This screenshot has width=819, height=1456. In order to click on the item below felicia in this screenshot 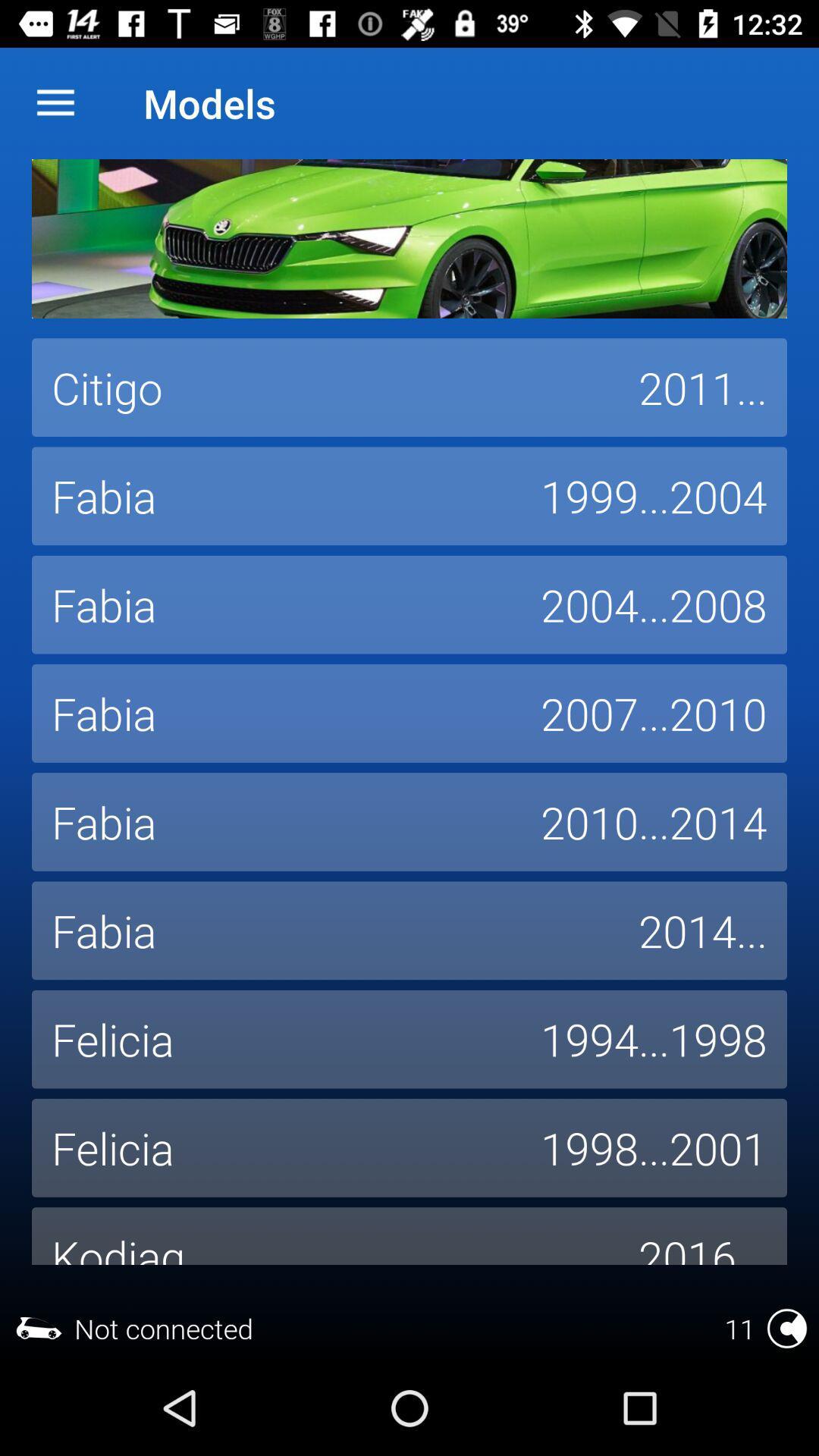, I will do `click(324, 1236)`.